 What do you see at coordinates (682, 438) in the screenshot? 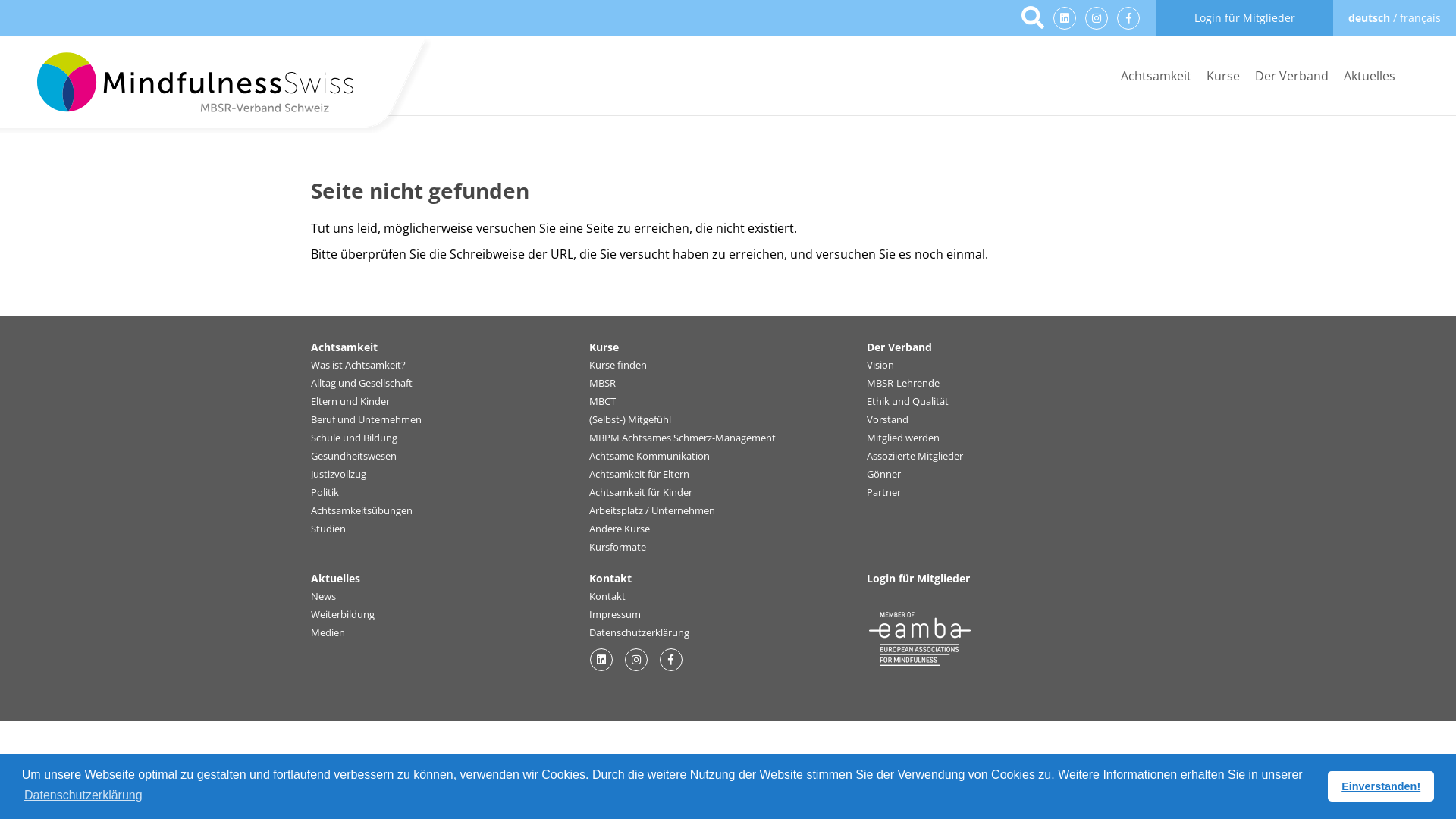
I see `'MBPM Achtsames Schmerz-Management'` at bounding box center [682, 438].